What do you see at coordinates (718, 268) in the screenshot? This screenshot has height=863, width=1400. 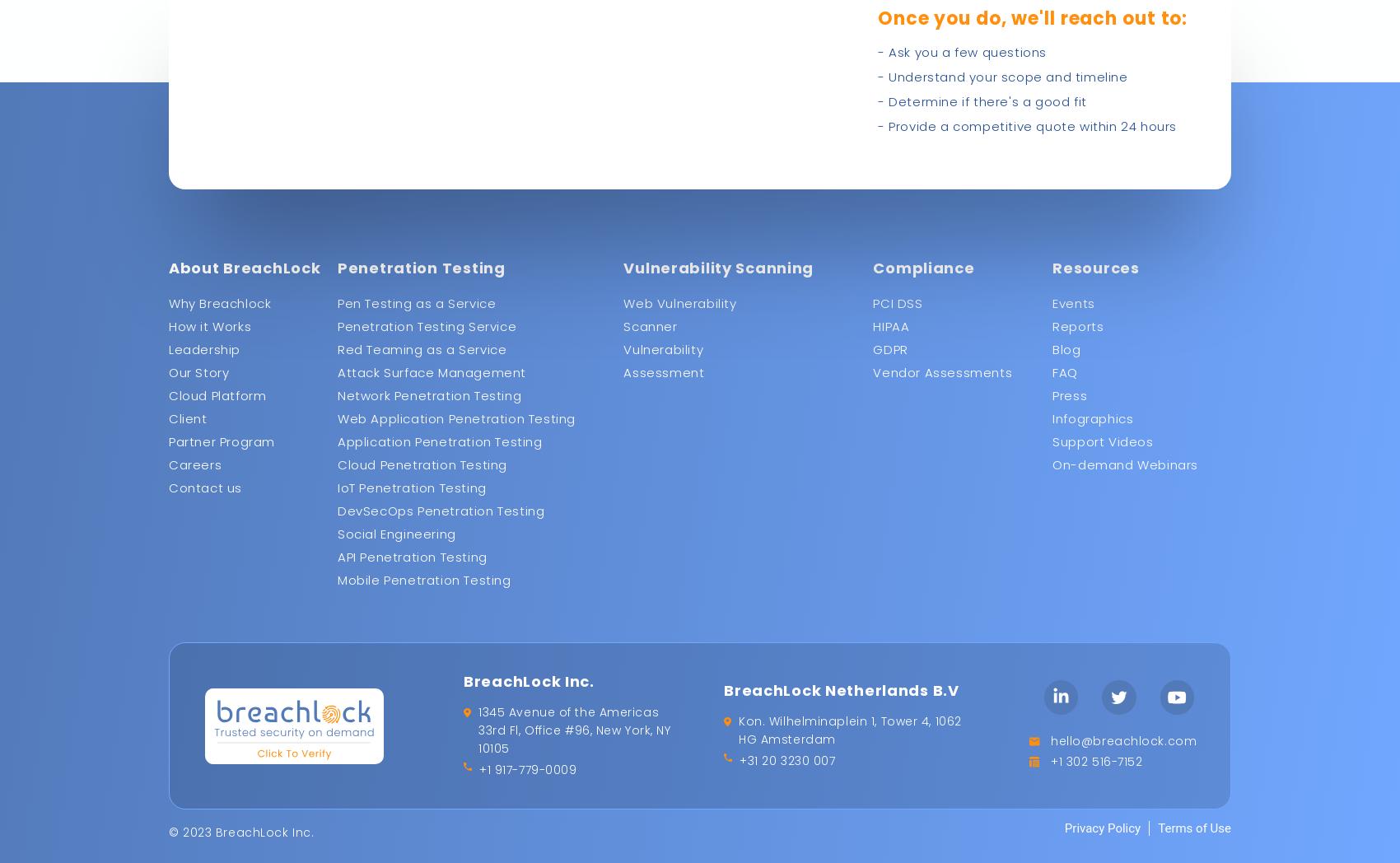 I see `'Vulnerability Scanning'` at bounding box center [718, 268].